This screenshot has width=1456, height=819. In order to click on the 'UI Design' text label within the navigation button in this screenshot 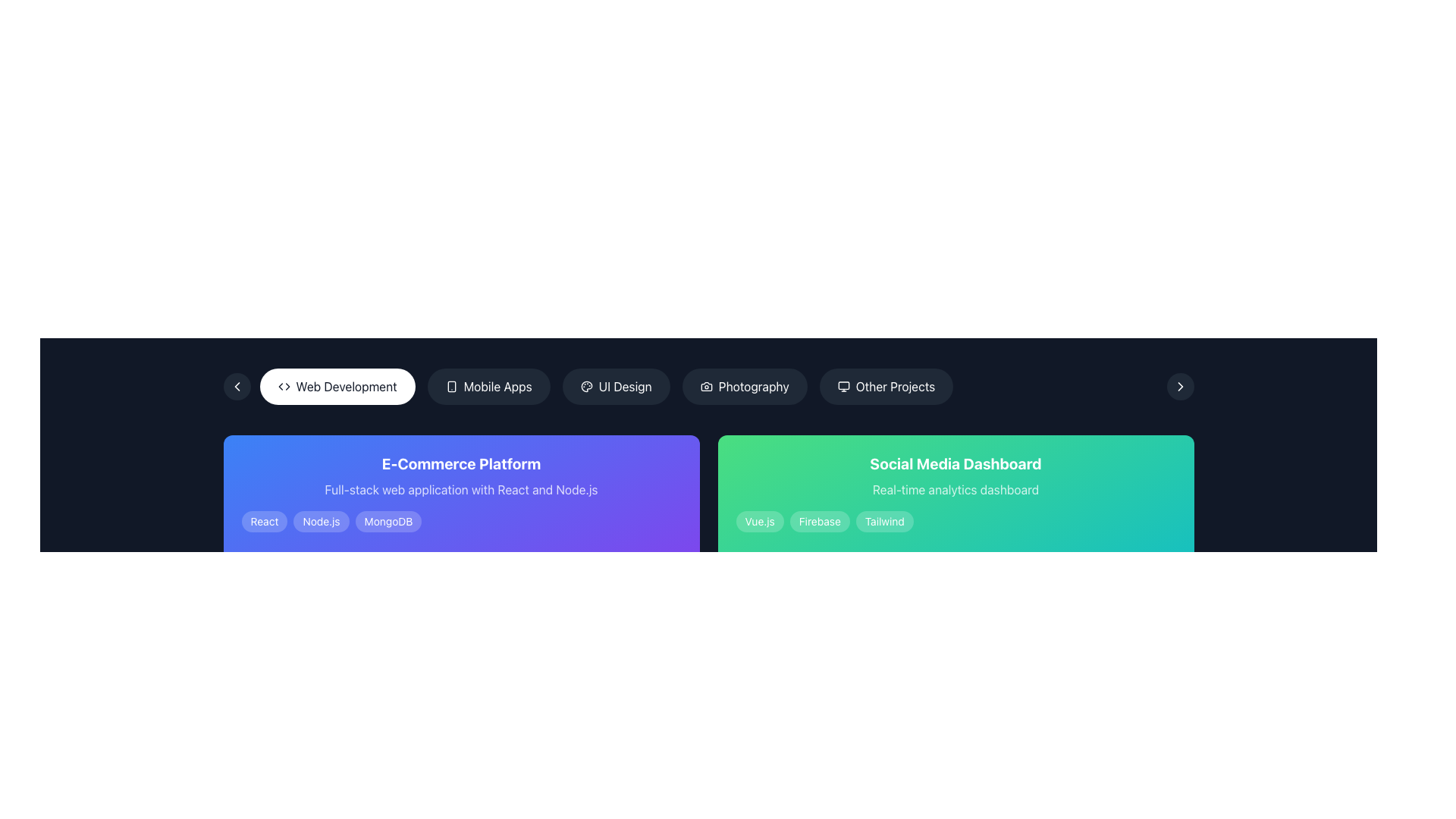, I will do `click(625, 385)`.